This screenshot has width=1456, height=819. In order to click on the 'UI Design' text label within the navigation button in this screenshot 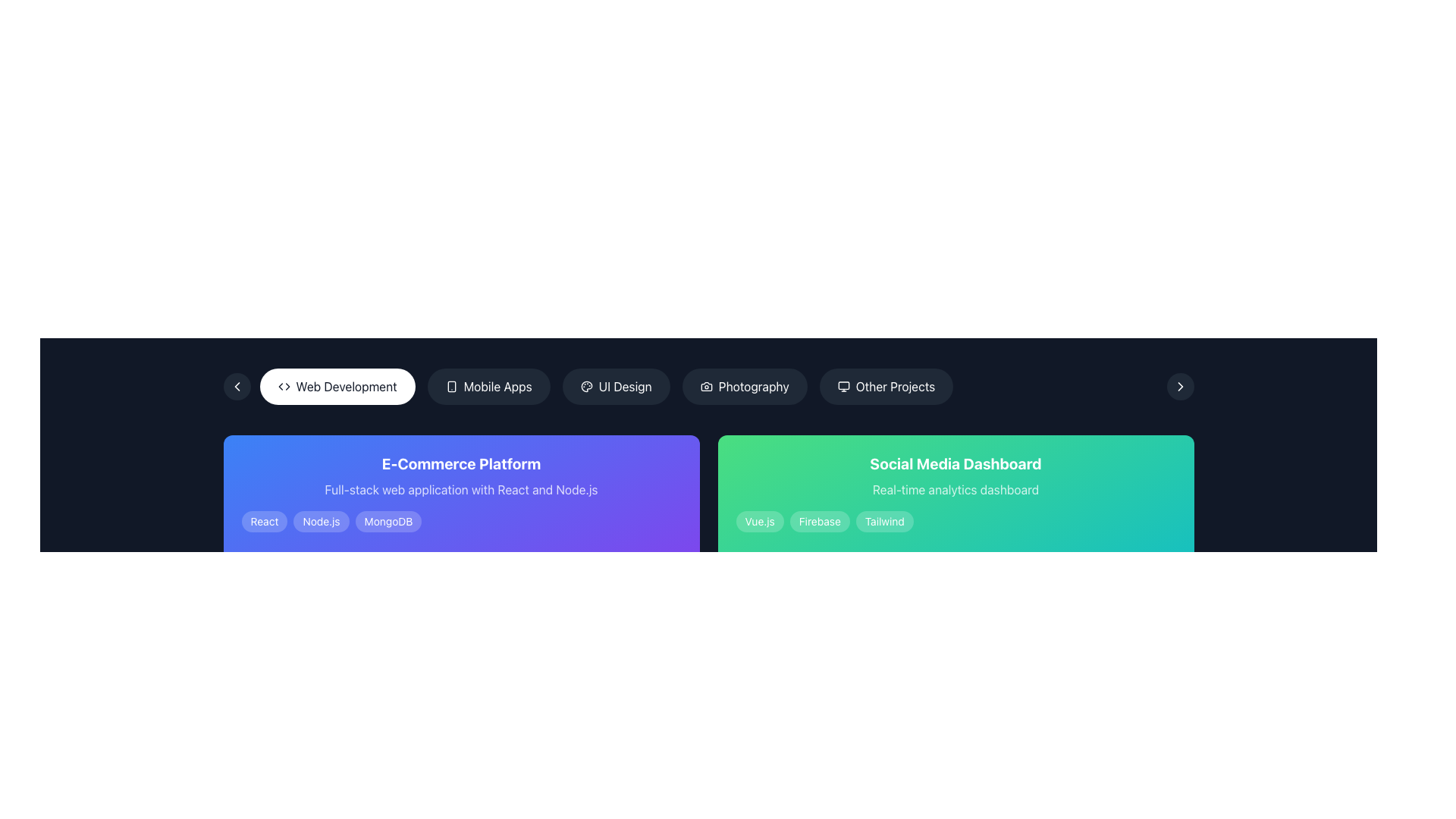, I will do `click(625, 385)`.